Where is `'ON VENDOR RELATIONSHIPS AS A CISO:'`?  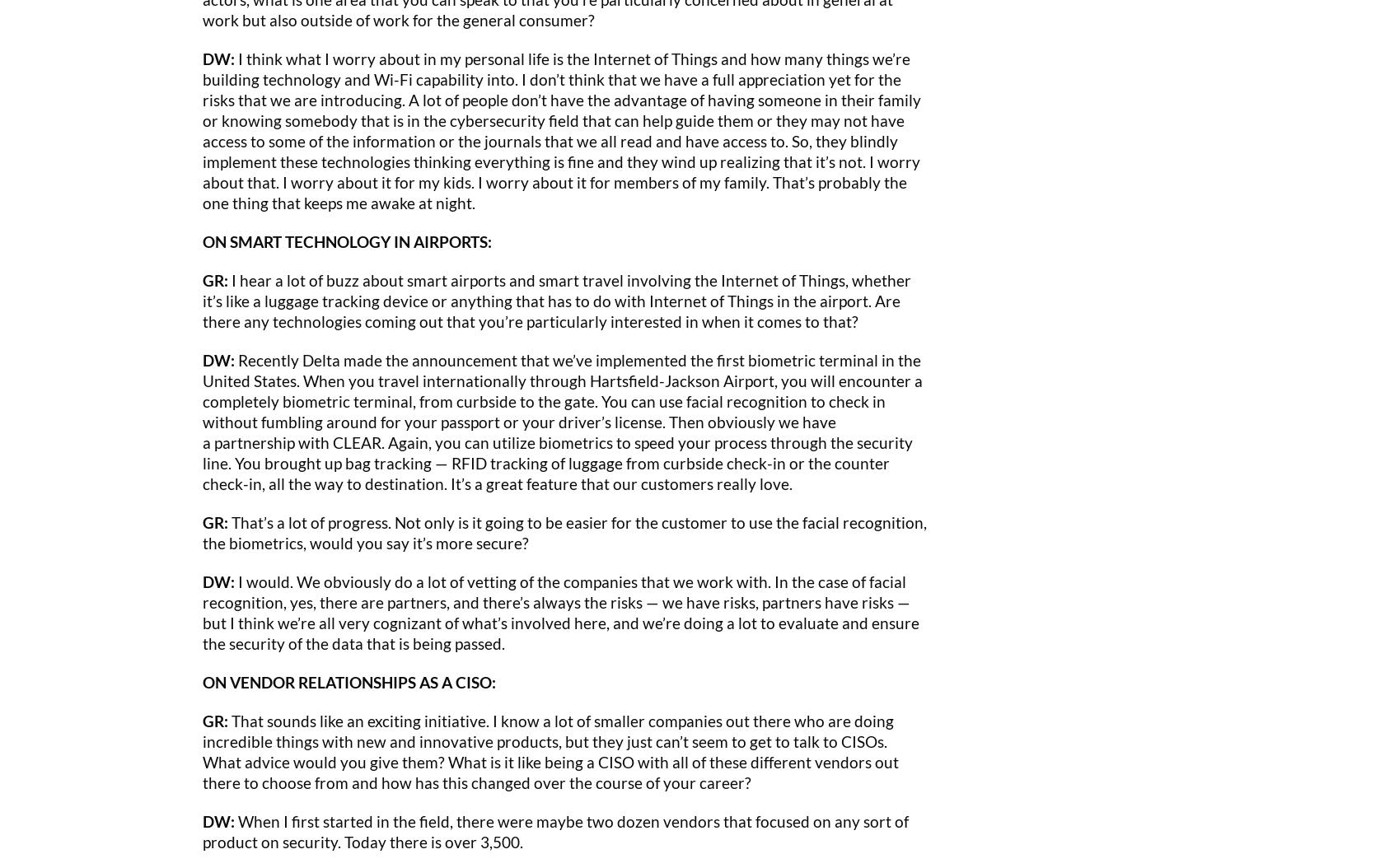
'ON VENDOR RELATIONSHIPS AS A CISO:' is located at coordinates (348, 680).